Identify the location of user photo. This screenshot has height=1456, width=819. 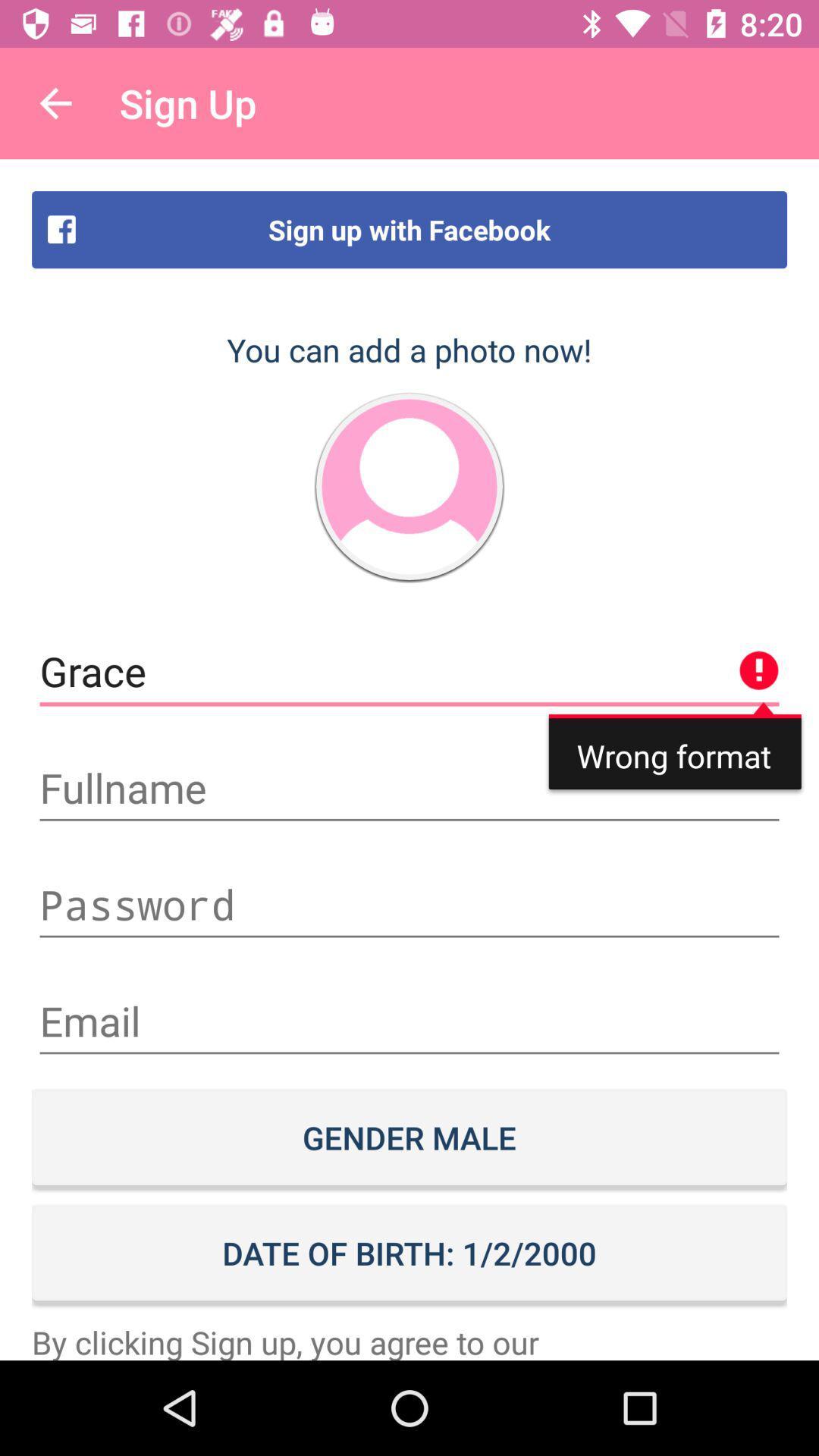
(409, 487).